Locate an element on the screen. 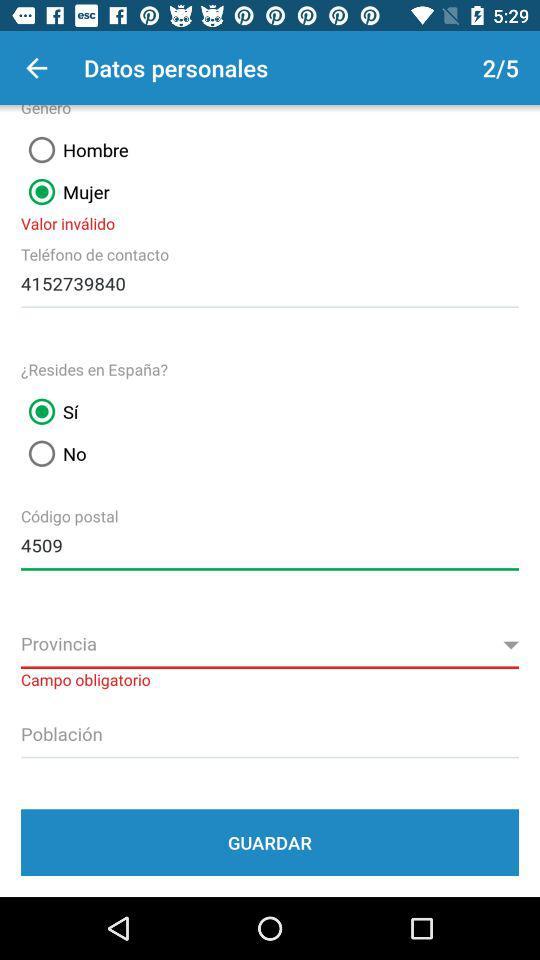  move to the text telefono de contacto 4152739840 is located at coordinates (270, 279).